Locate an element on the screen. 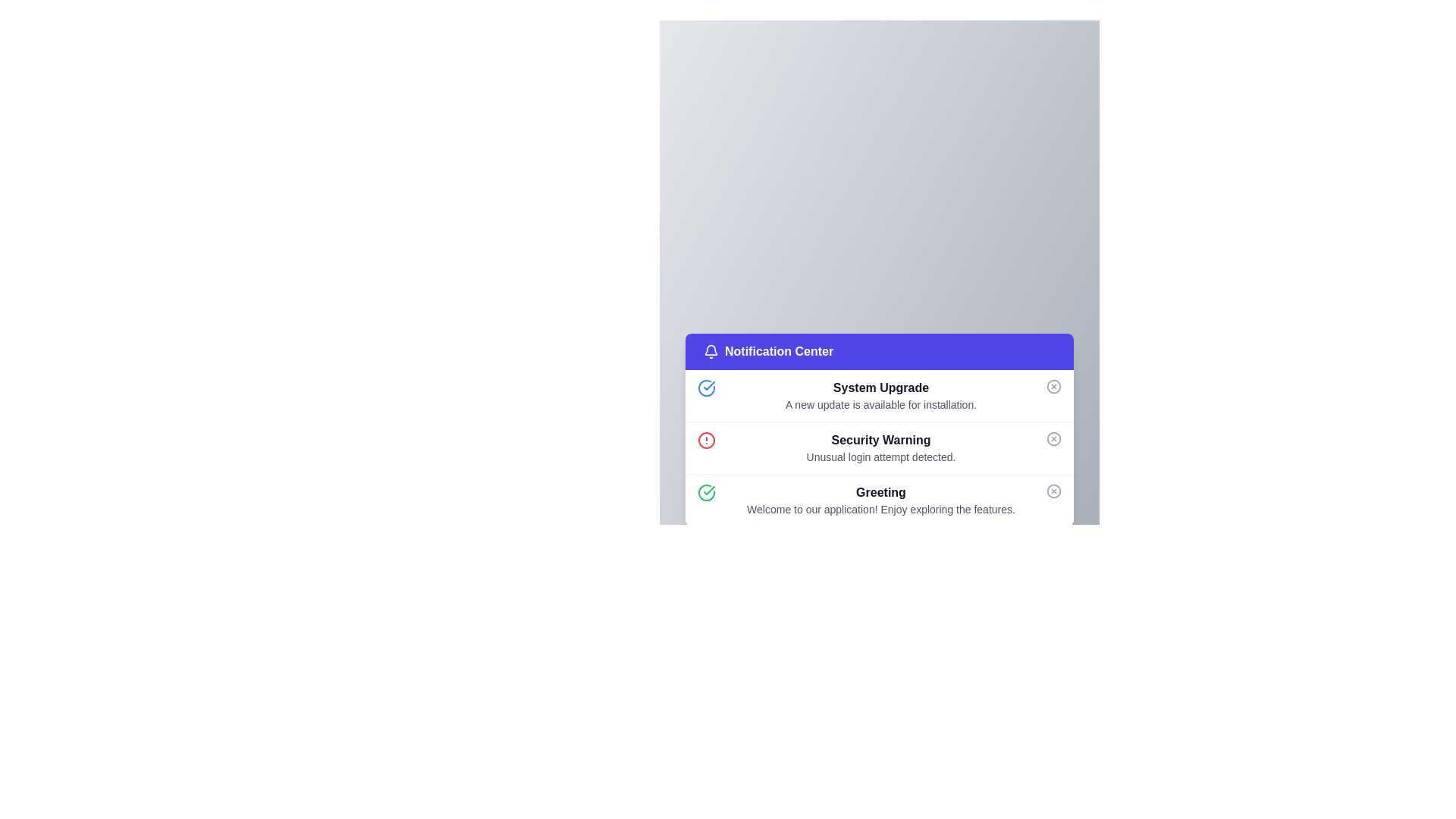 Image resolution: width=1456 pixels, height=819 pixels. the circular button with an 'x' mark, located at the far right of the 'Security Warning' notification is located at coordinates (1053, 438).